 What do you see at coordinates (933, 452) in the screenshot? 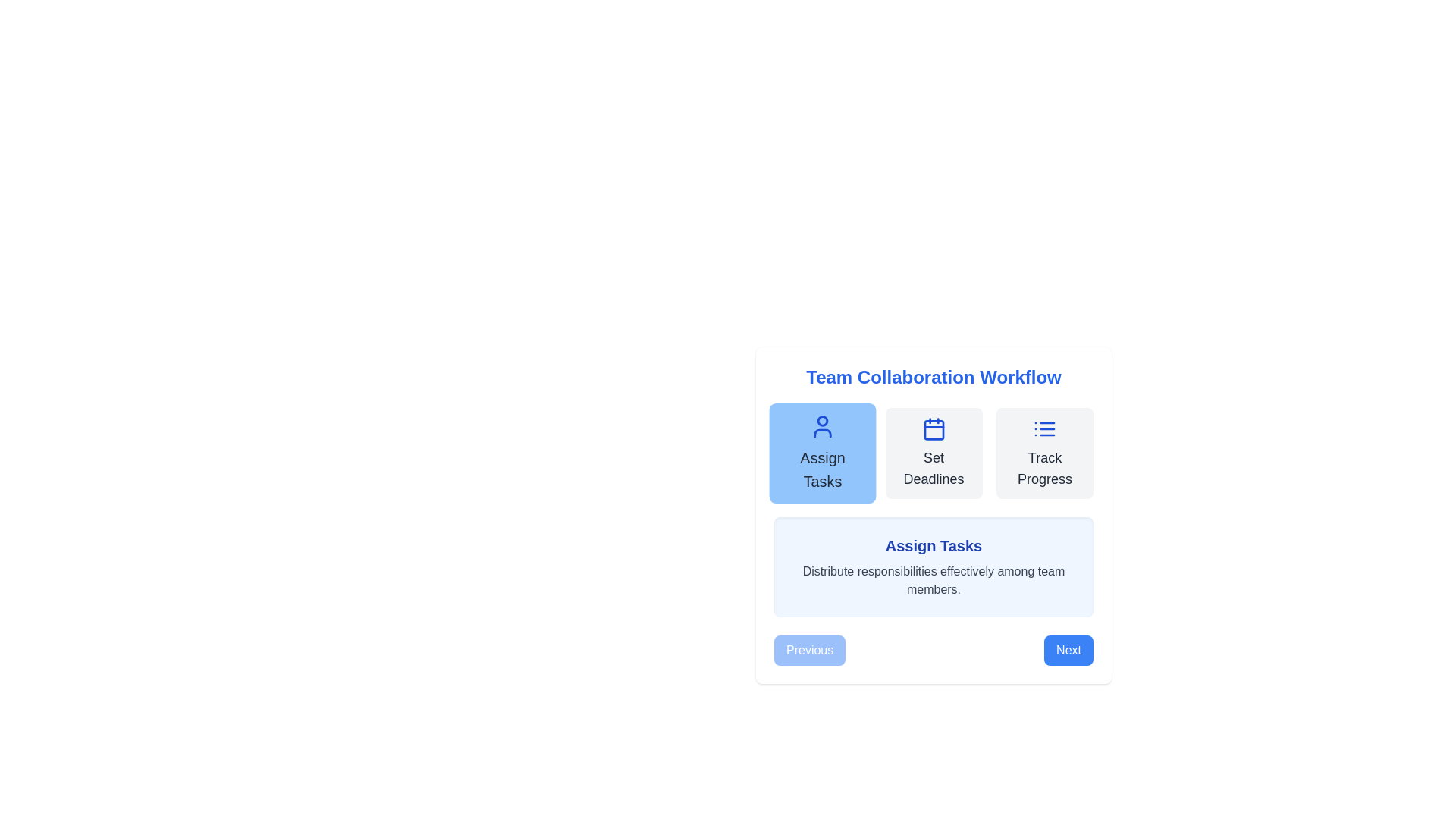
I see `the second selectable card representing the 'Set Deadlines' option in the workflow interface` at bounding box center [933, 452].